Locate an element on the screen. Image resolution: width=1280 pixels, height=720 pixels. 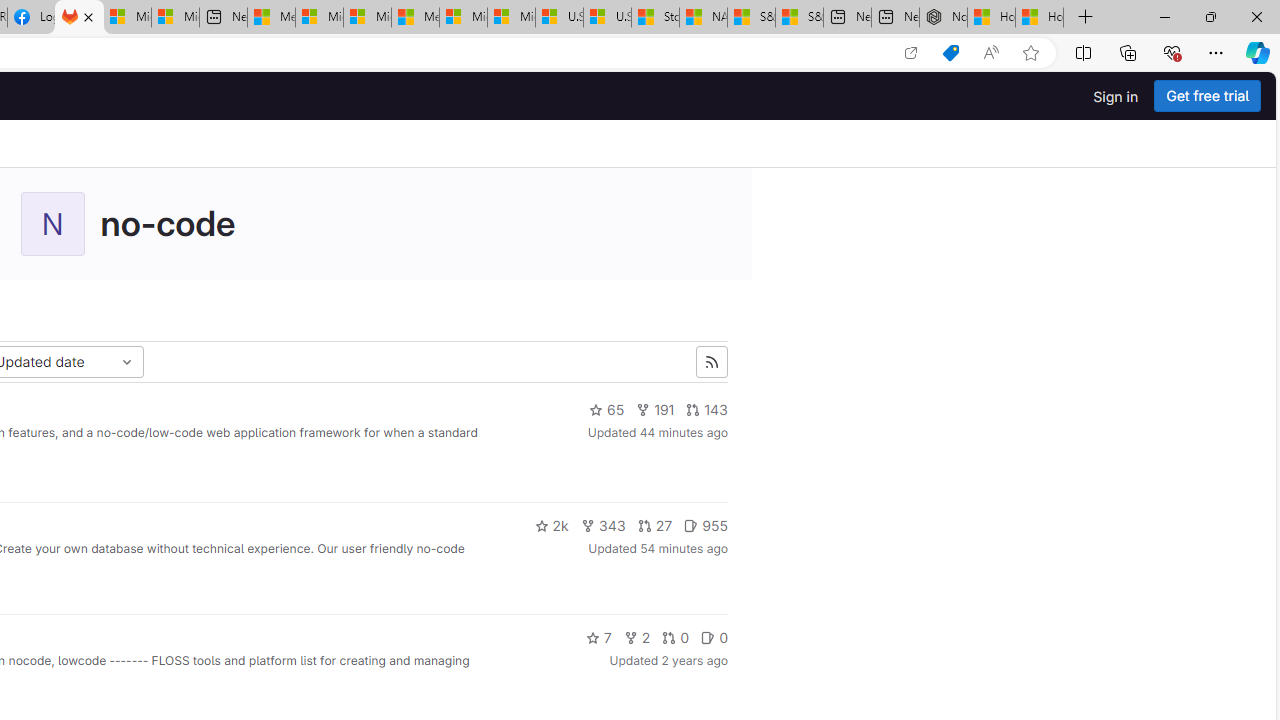
'0' is located at coordinates (714, 637).